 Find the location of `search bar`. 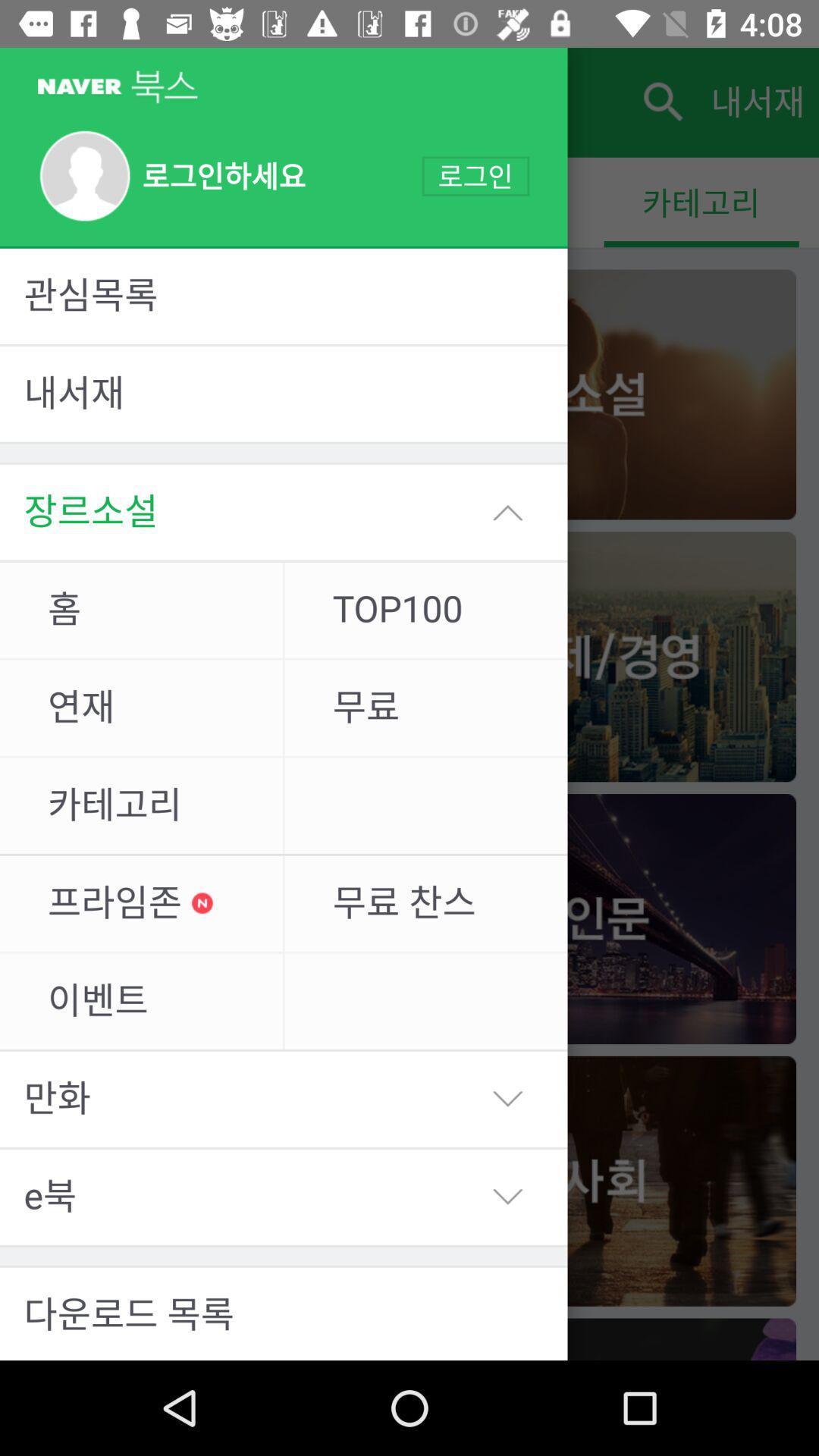

search bar is located at coordinates (660, 101).